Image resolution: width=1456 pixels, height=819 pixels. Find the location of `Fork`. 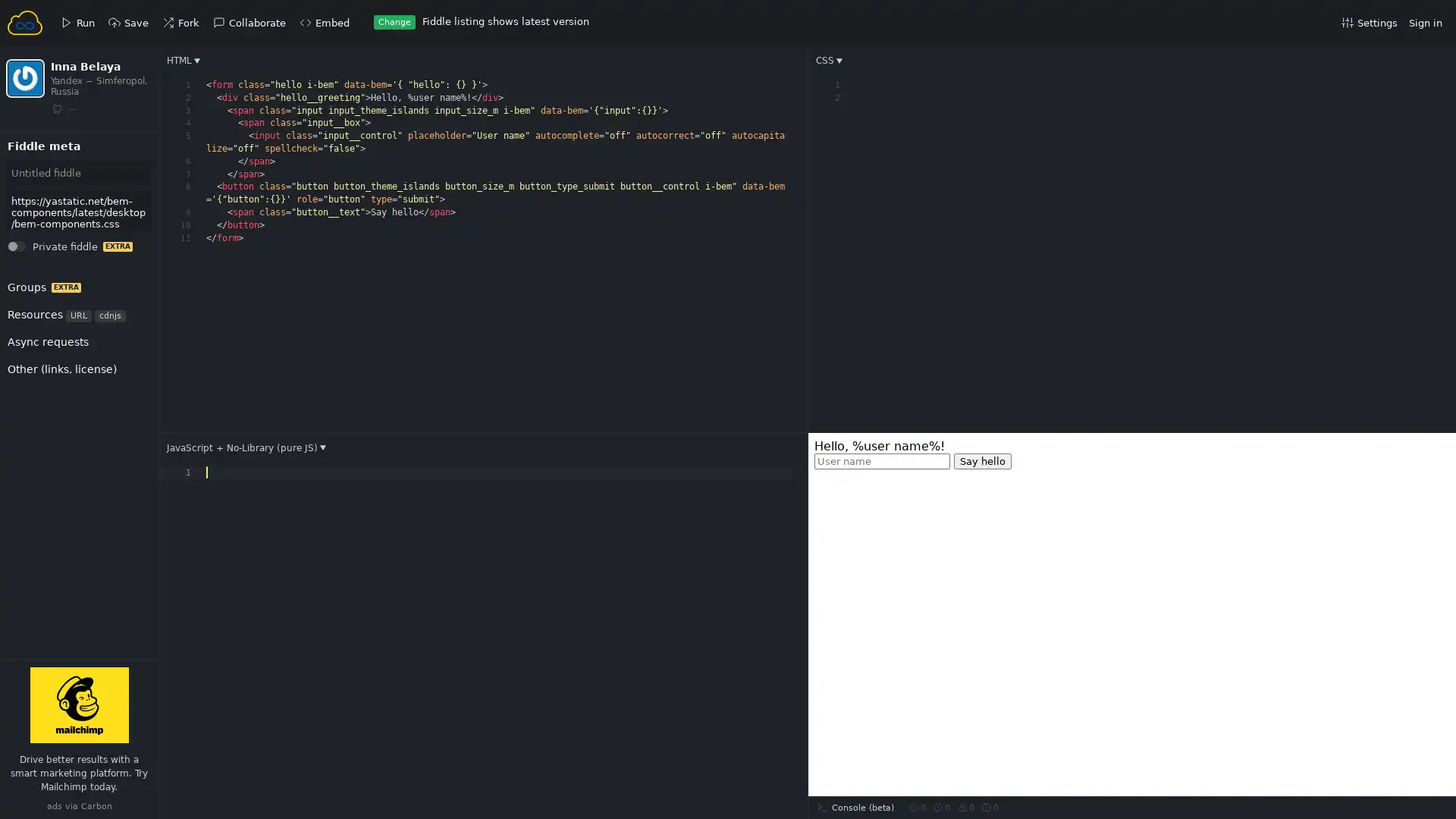

Fork is located at coordinates (31, 163).